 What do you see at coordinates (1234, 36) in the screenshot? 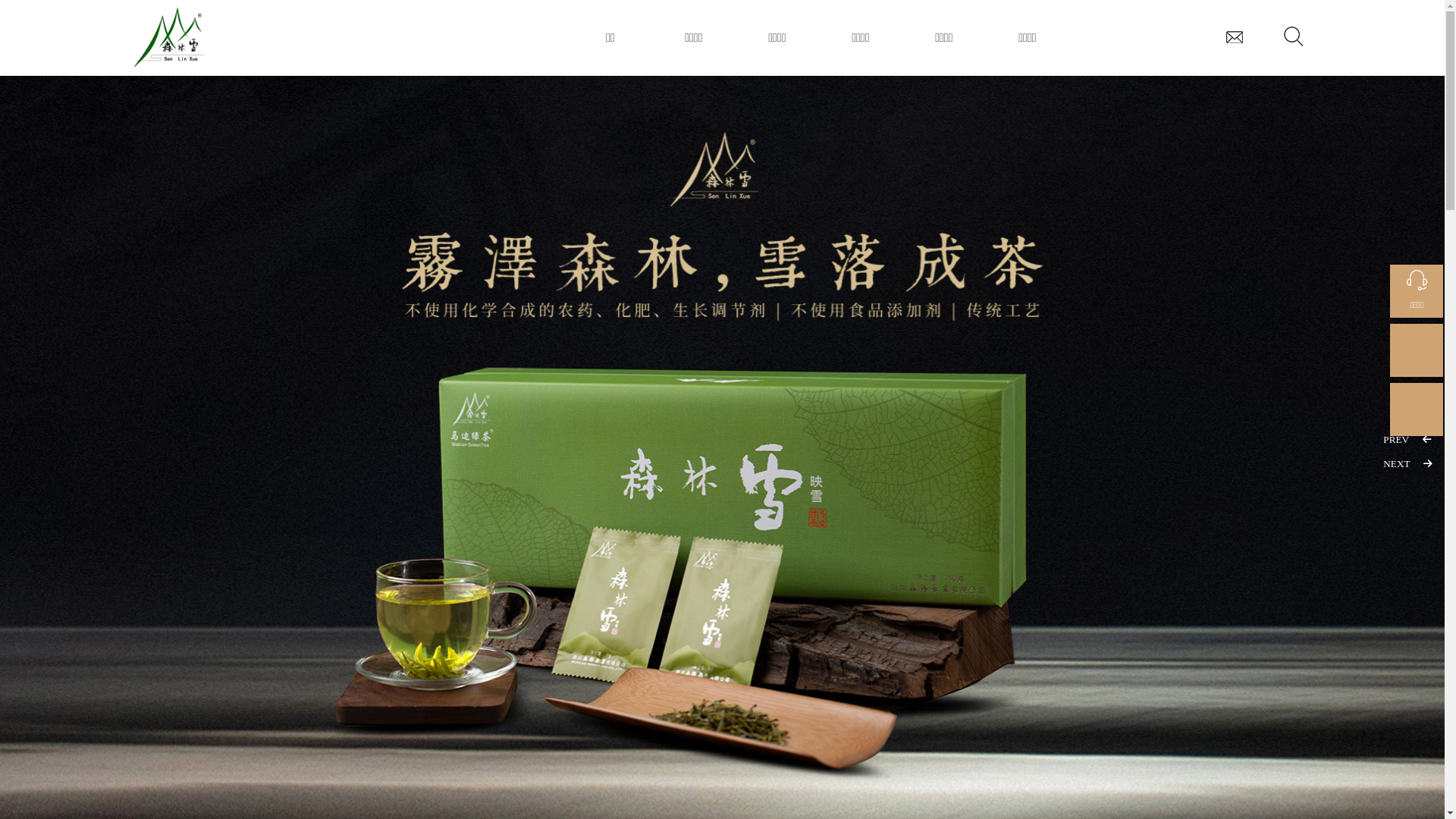
I see `'lsslcy@126.com'` at bounding box center [1234, 36].